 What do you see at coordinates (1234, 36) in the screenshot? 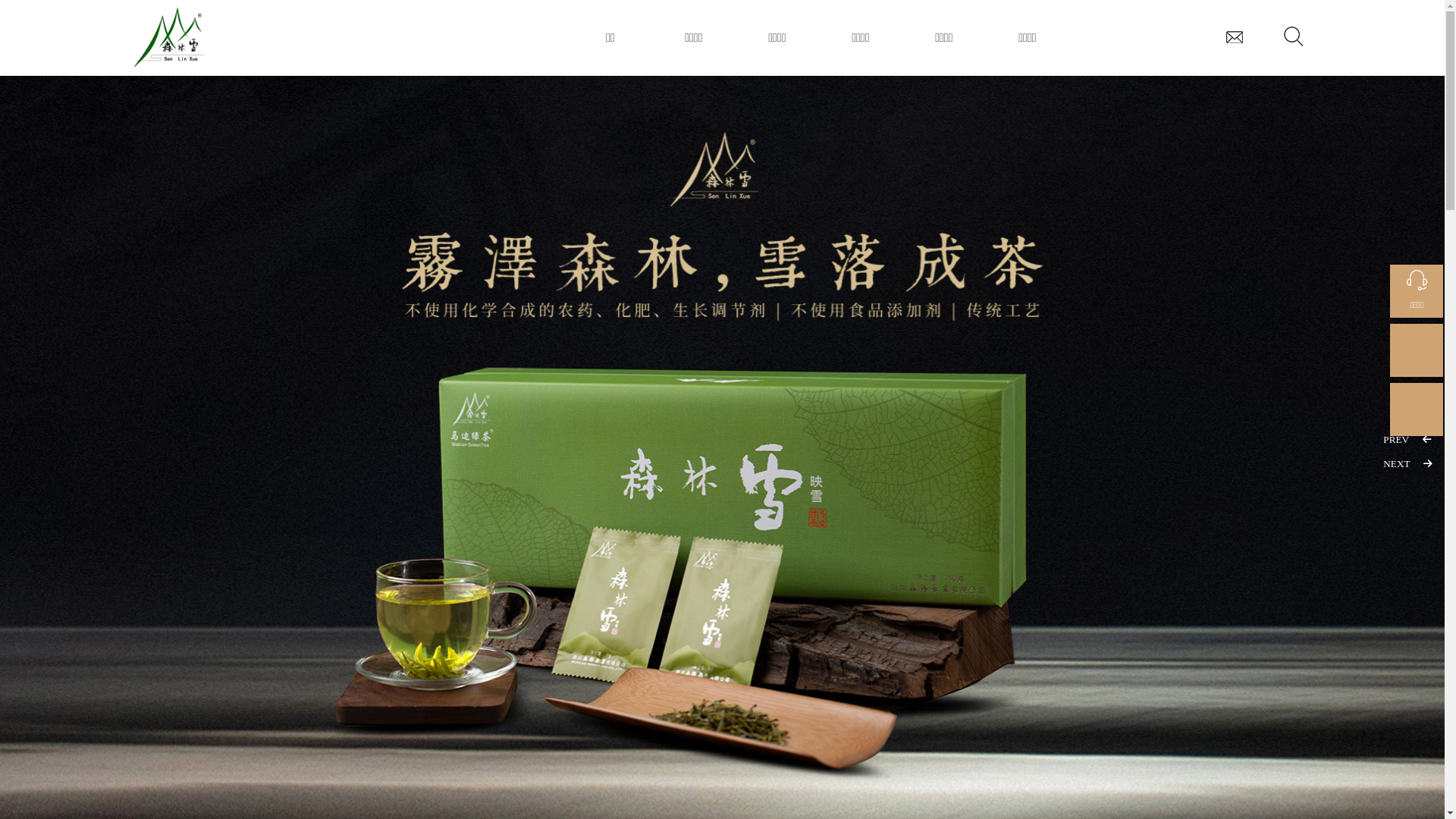
I see `'lsslcy@126.com'` at bounding box center [1234, 36].